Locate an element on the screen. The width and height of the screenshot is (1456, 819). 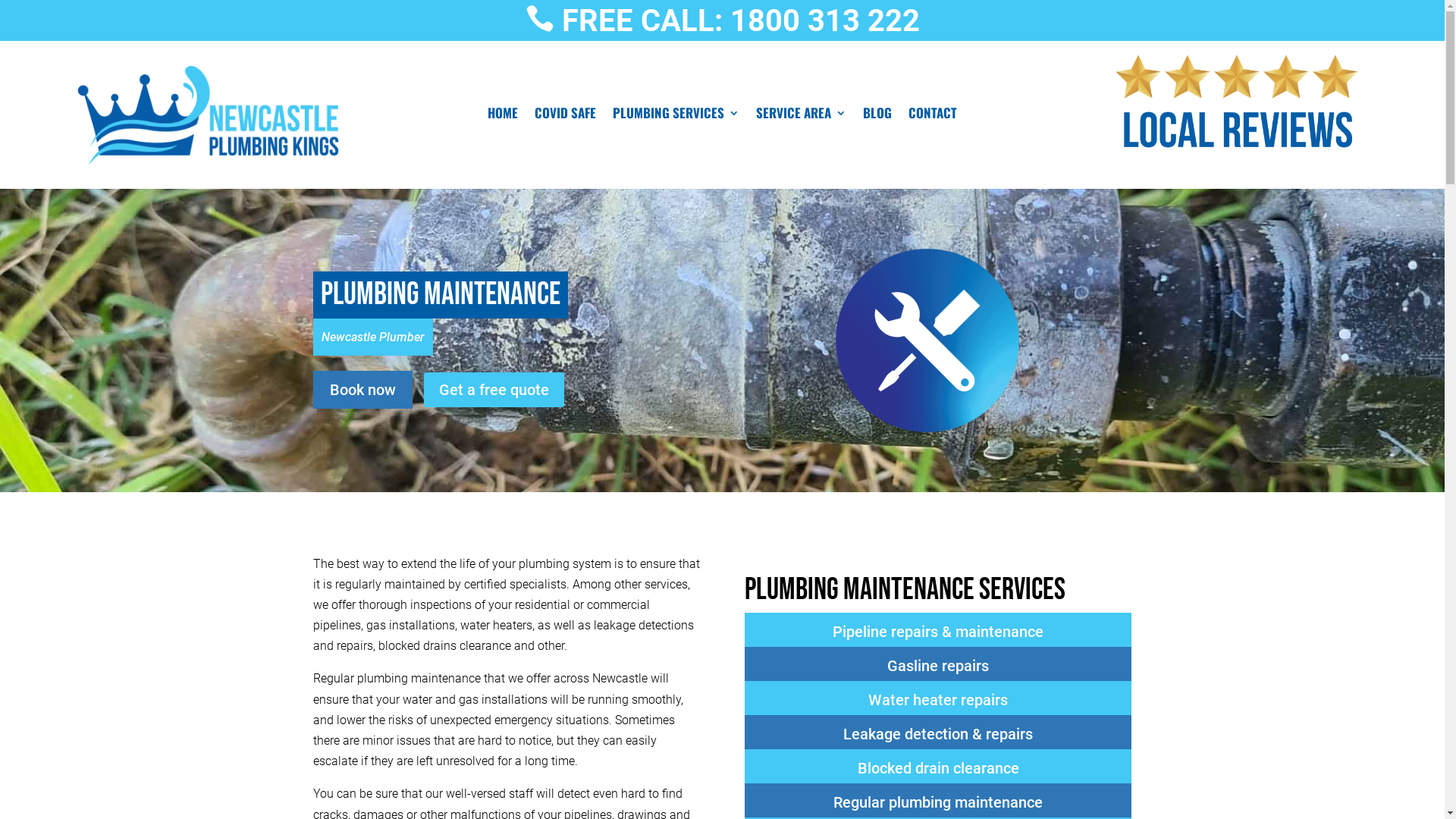
'HOME' is located at coordinates (488, 115).